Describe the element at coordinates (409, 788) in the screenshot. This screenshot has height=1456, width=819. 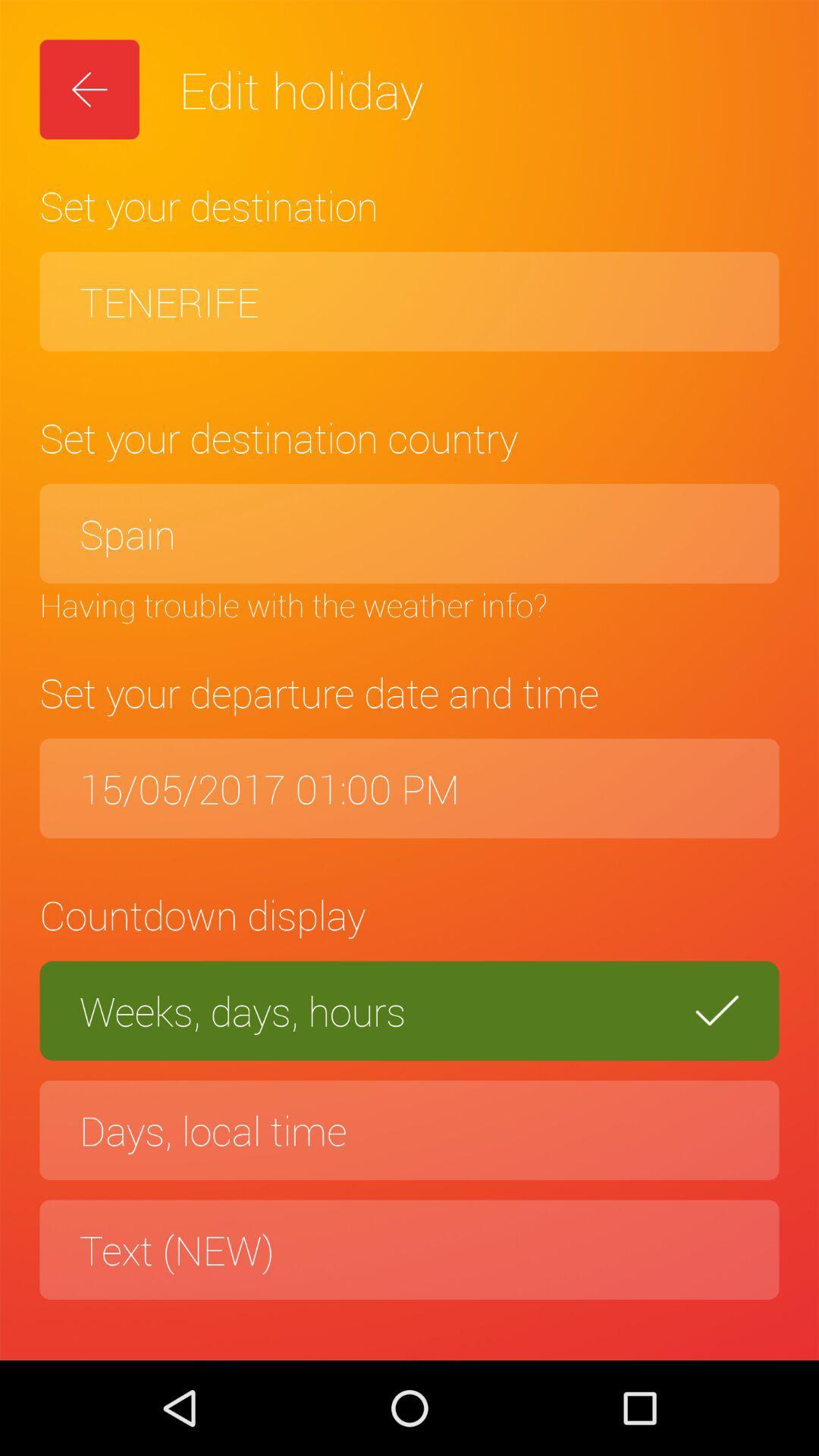
I see `the icon below the set your departure` at that location.